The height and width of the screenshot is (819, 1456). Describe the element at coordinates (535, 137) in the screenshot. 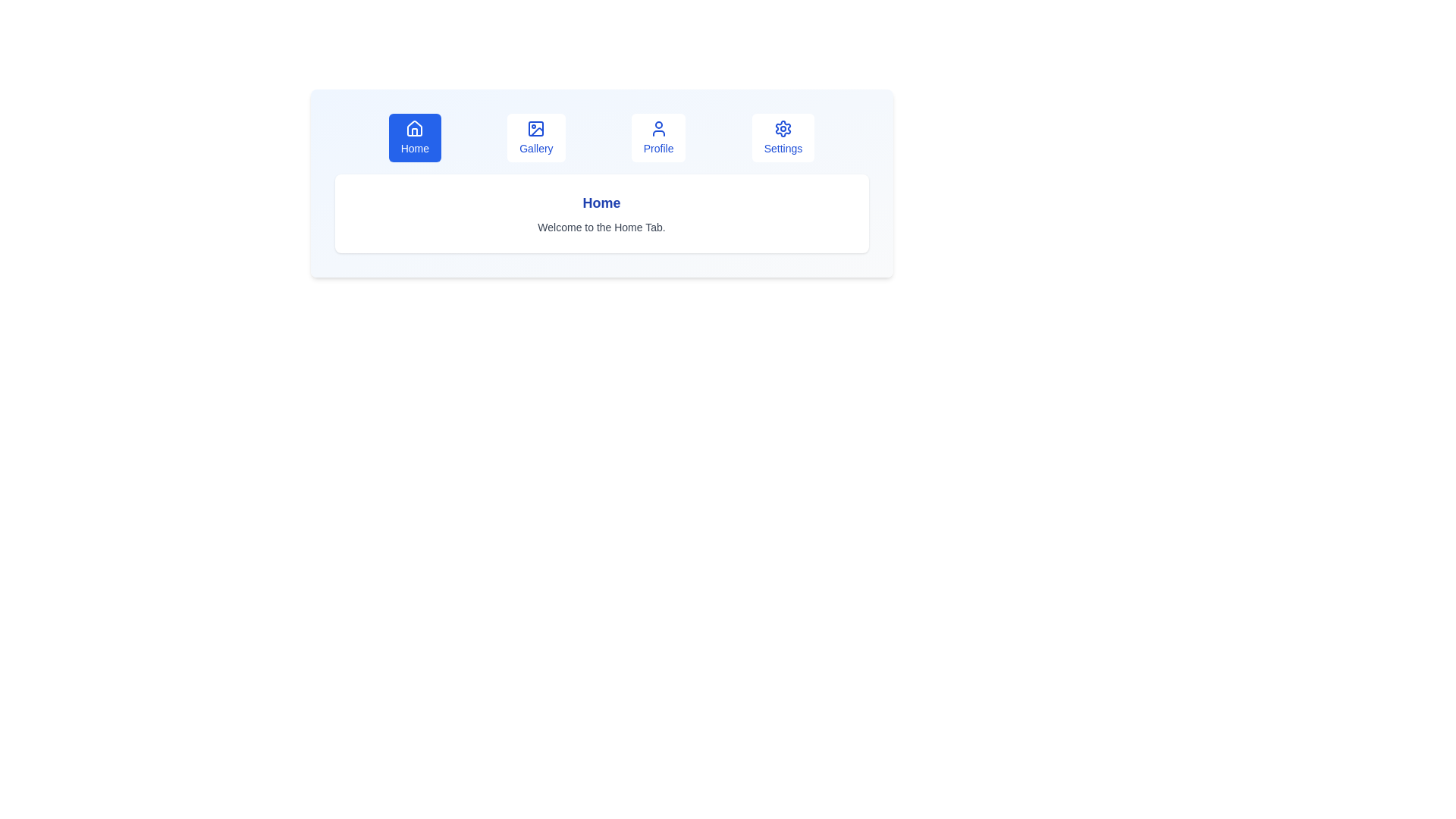

I see `the Gallery tab to display its content` at that location.